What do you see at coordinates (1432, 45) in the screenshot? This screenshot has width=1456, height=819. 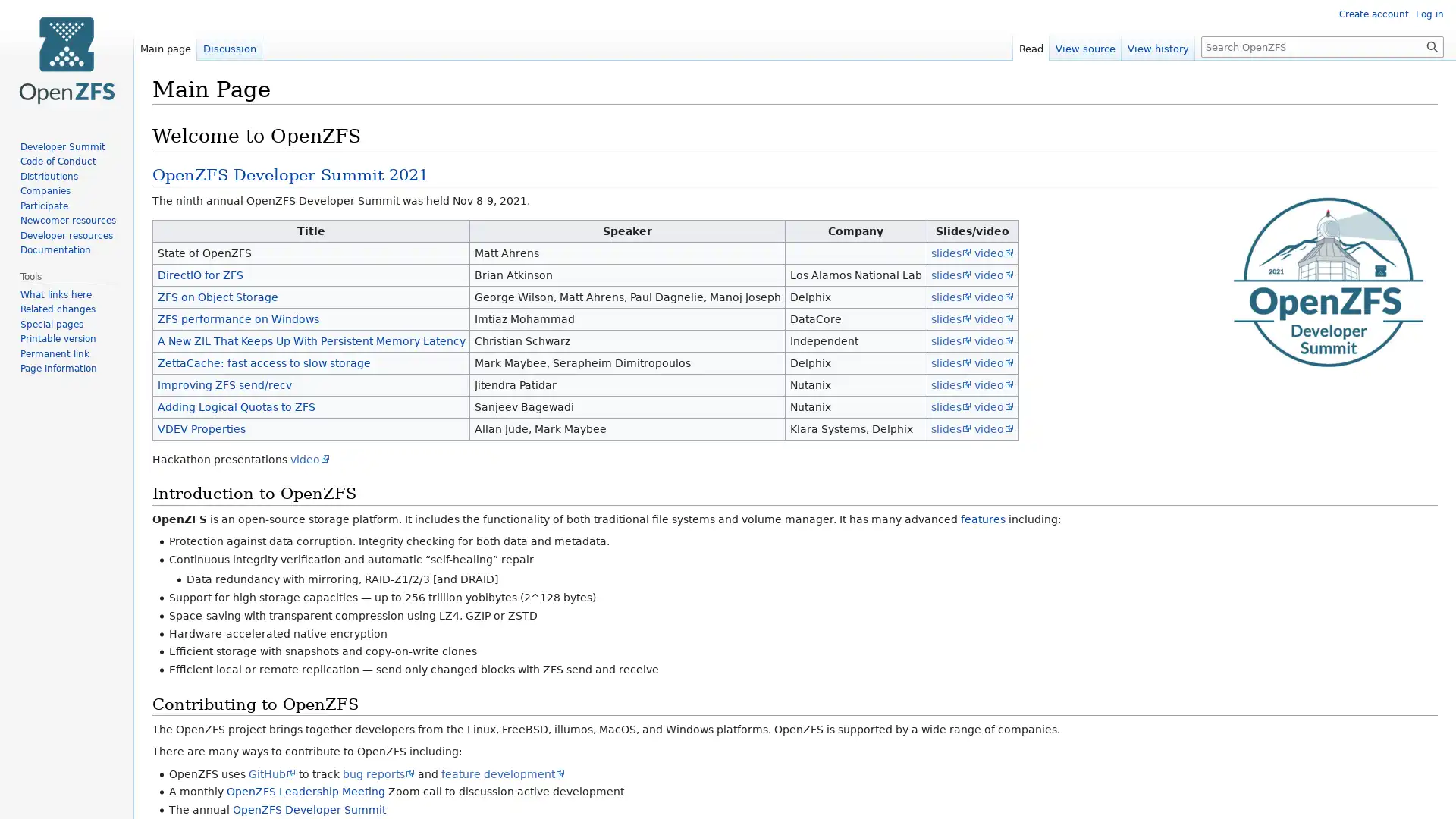 I see `Search` at bounding box center [1432, 45].